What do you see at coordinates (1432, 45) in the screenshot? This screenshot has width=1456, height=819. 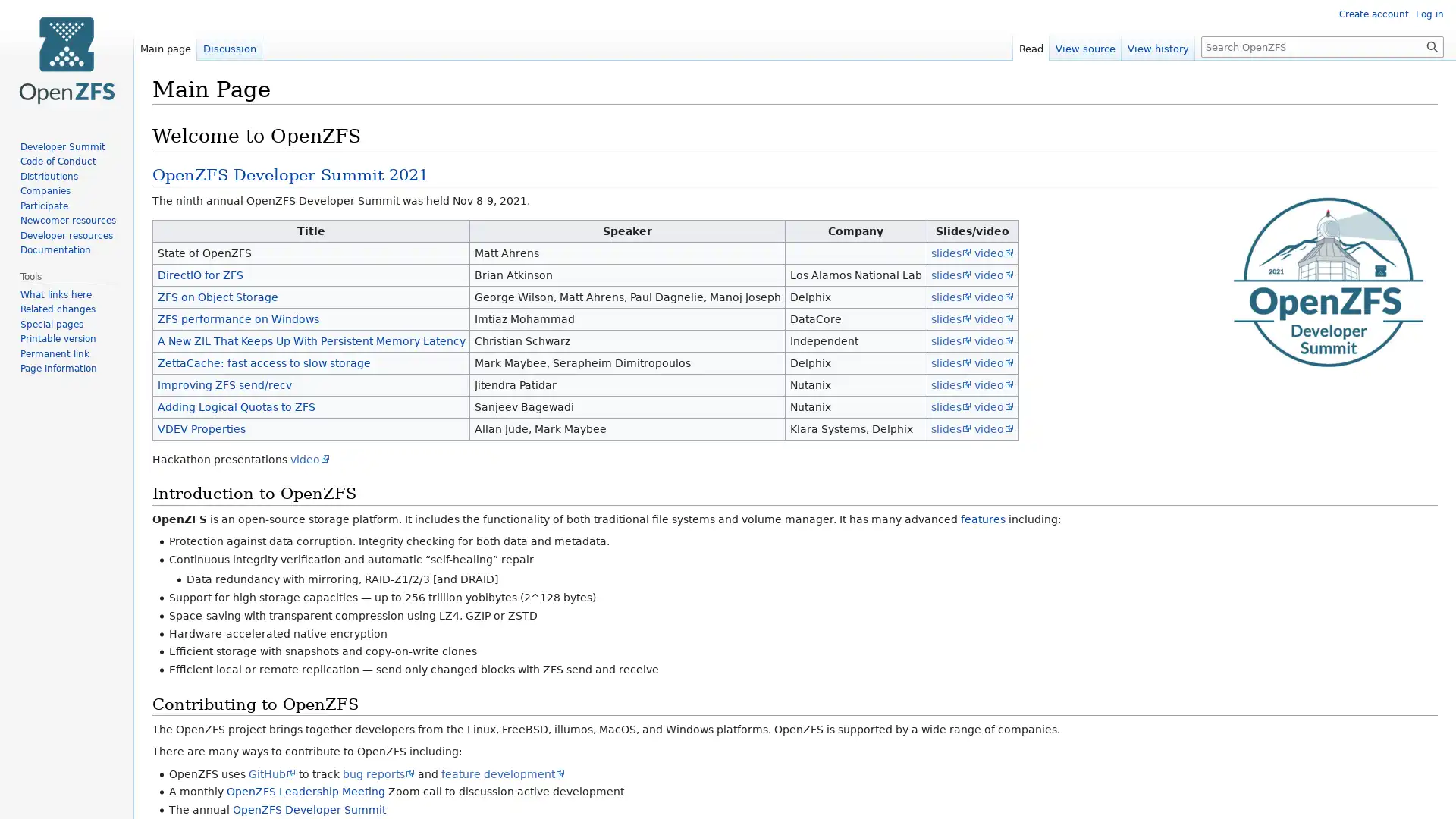 I see `Search` at bounding box center [1432, 45].